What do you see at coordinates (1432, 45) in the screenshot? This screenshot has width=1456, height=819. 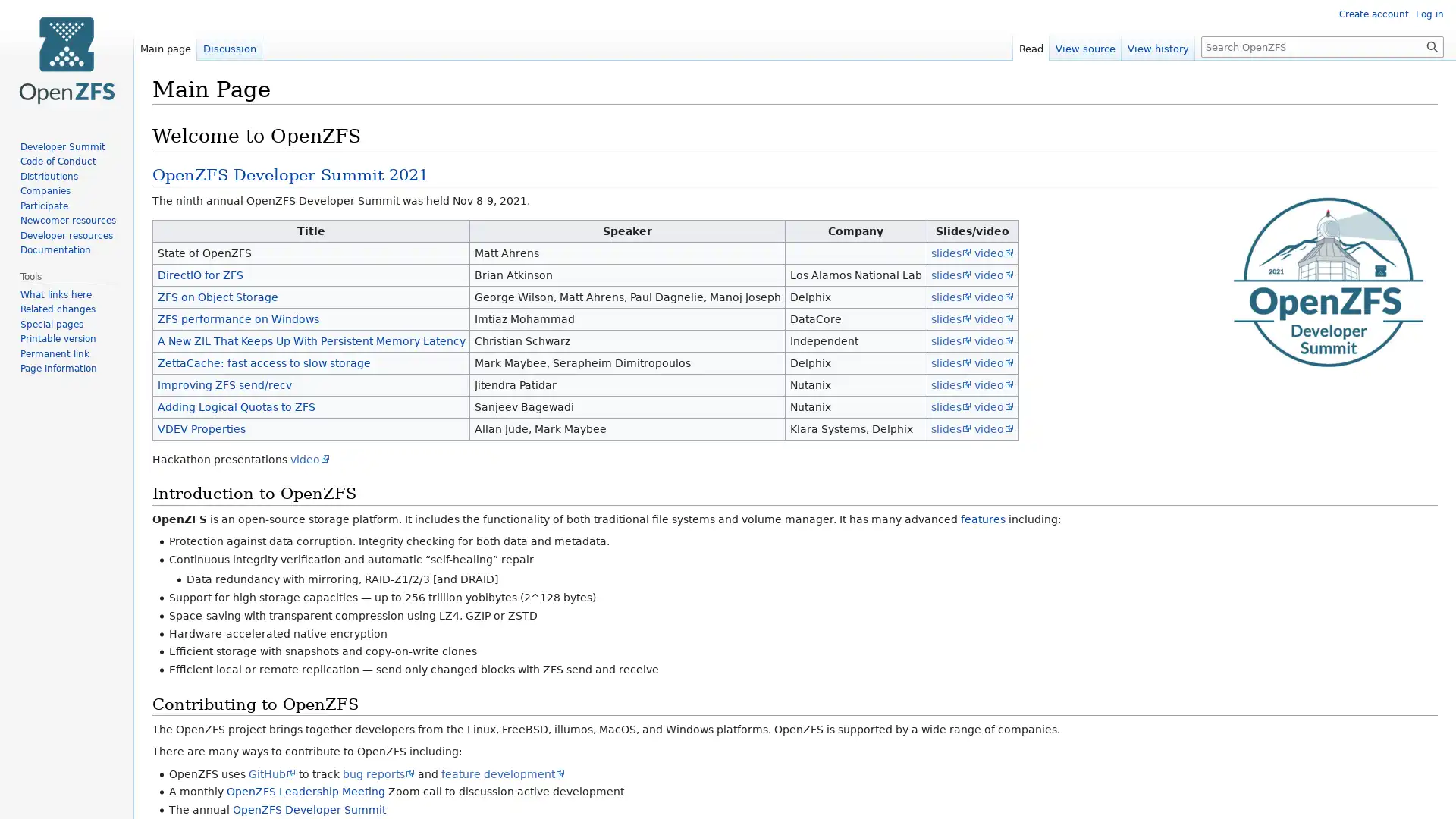 I see `Search` at bounding box center [1432, 45].